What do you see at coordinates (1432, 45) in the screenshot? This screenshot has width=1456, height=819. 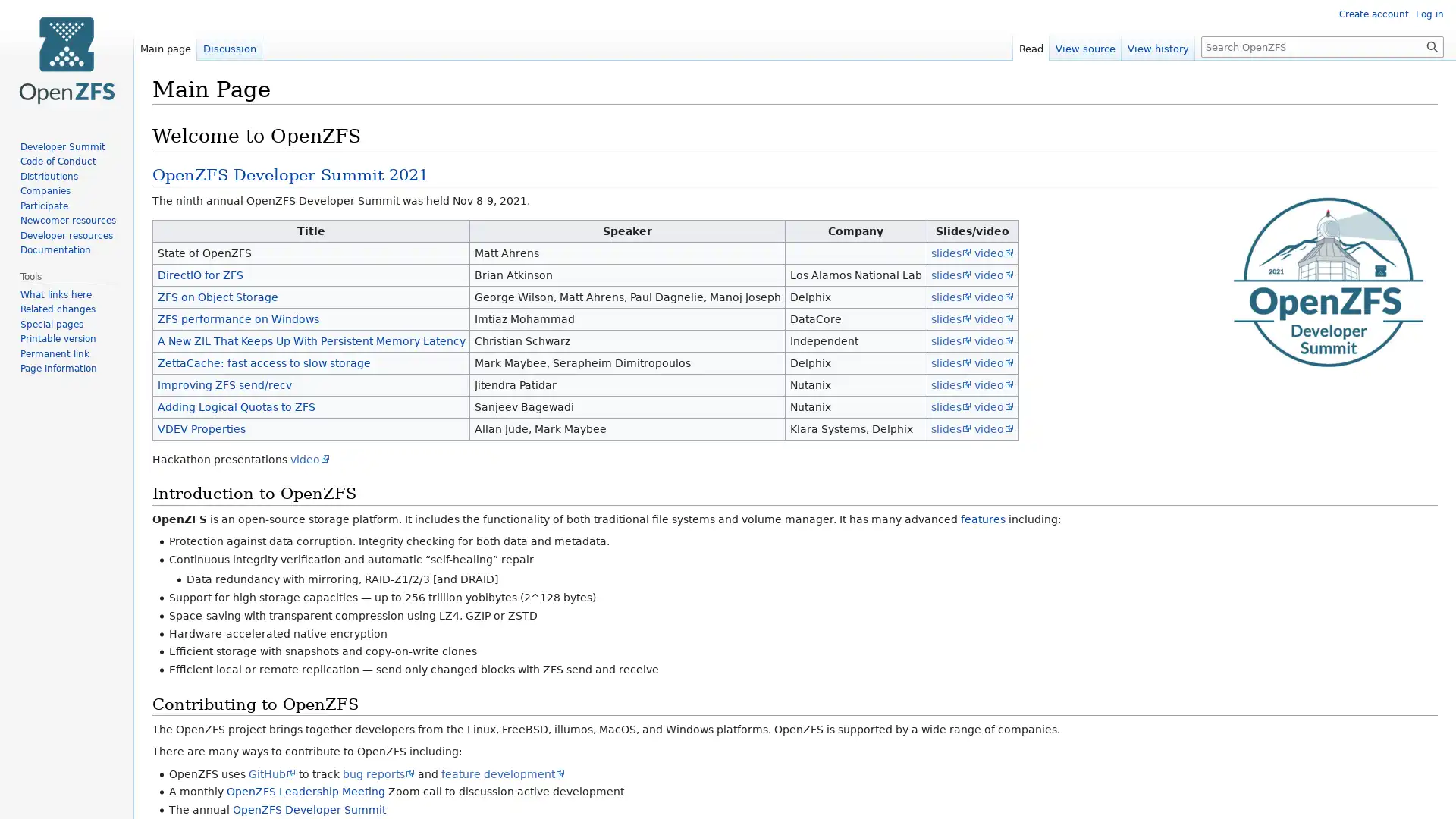 I see `Search` at bounding box center [1432, 45].